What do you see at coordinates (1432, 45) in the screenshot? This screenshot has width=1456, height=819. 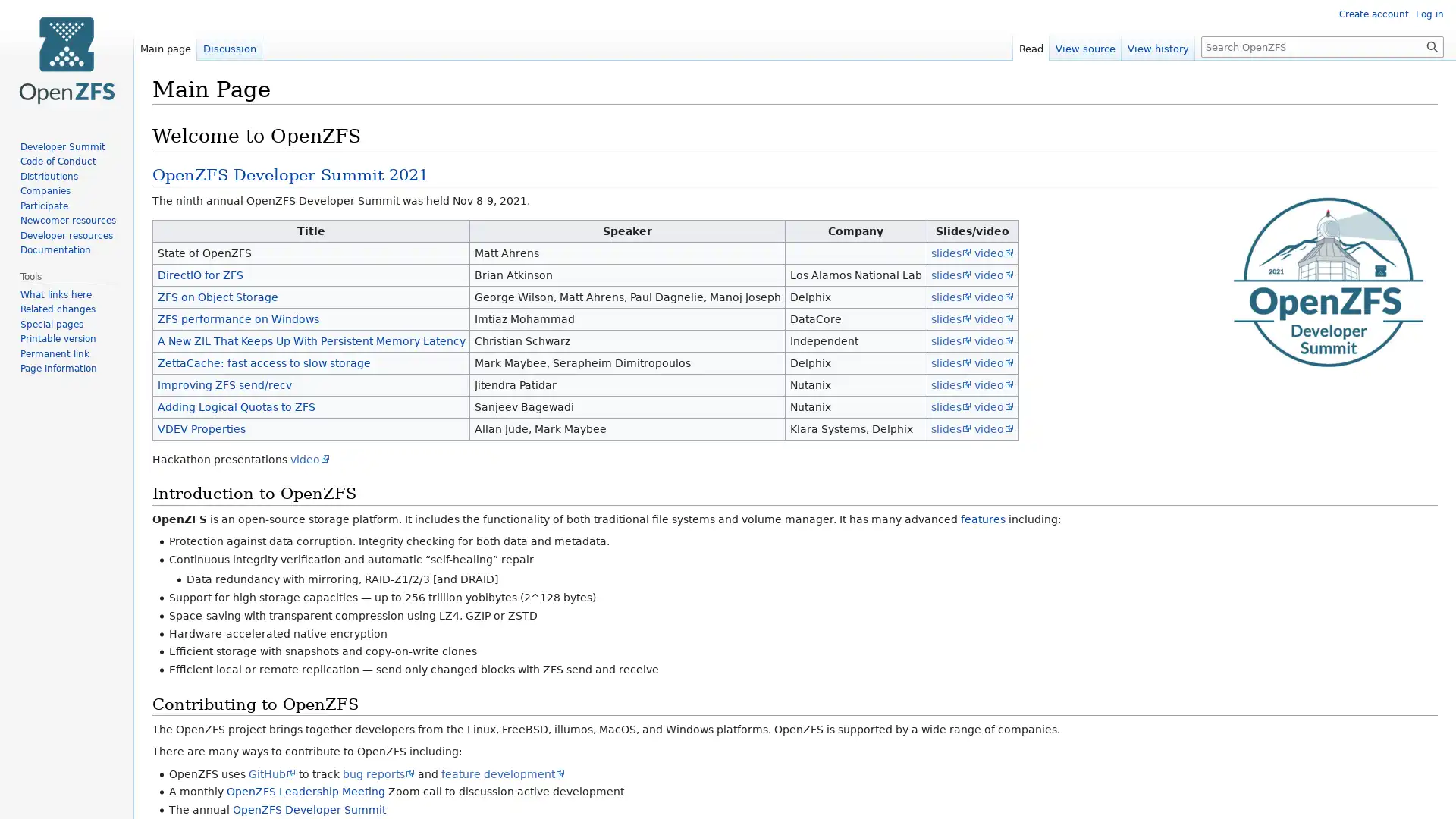 I see `Search` at bounding box center [1432, 45].